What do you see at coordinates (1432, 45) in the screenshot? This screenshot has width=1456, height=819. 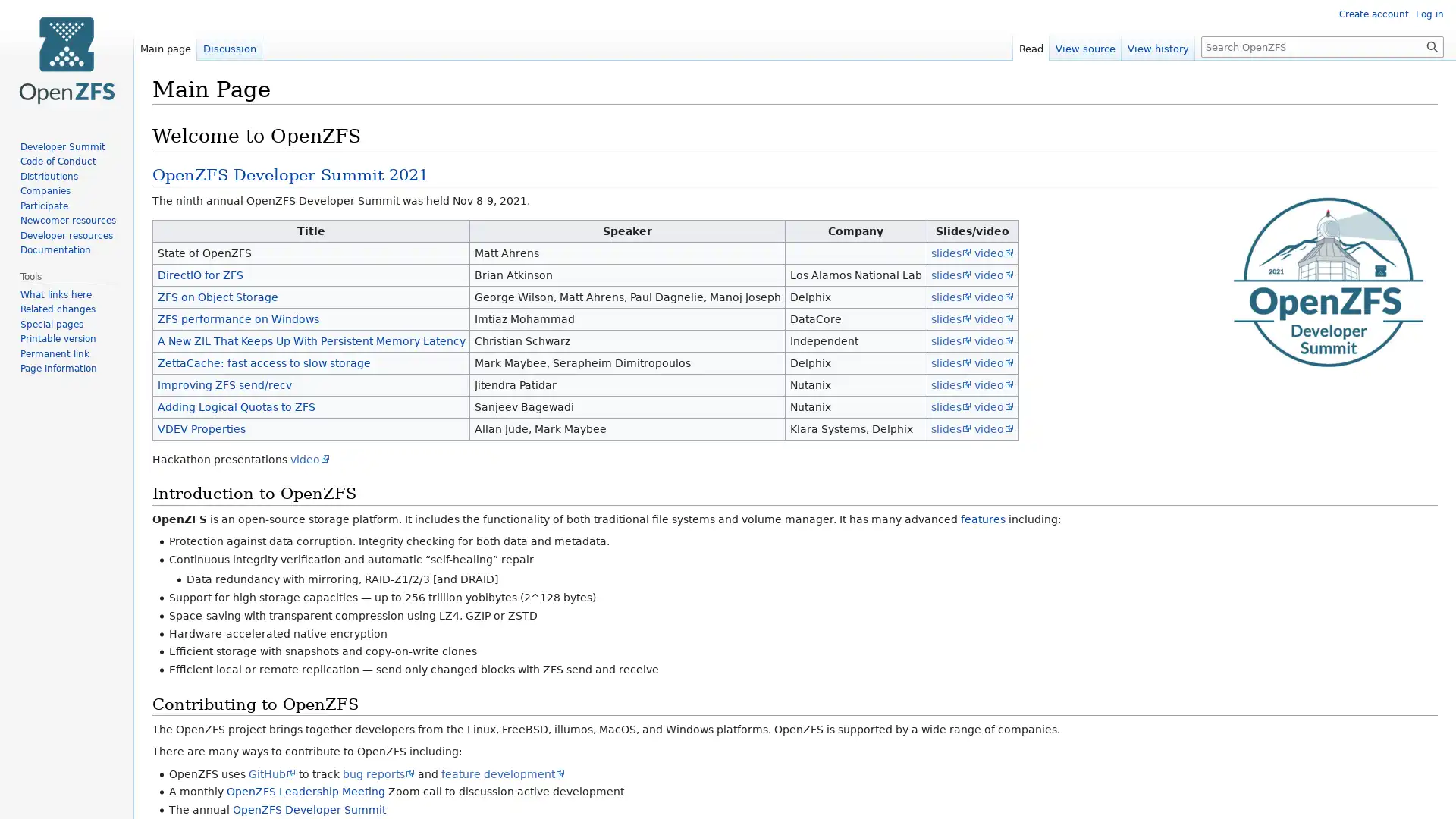 I see `Search` at bounding box center [1432, 45].